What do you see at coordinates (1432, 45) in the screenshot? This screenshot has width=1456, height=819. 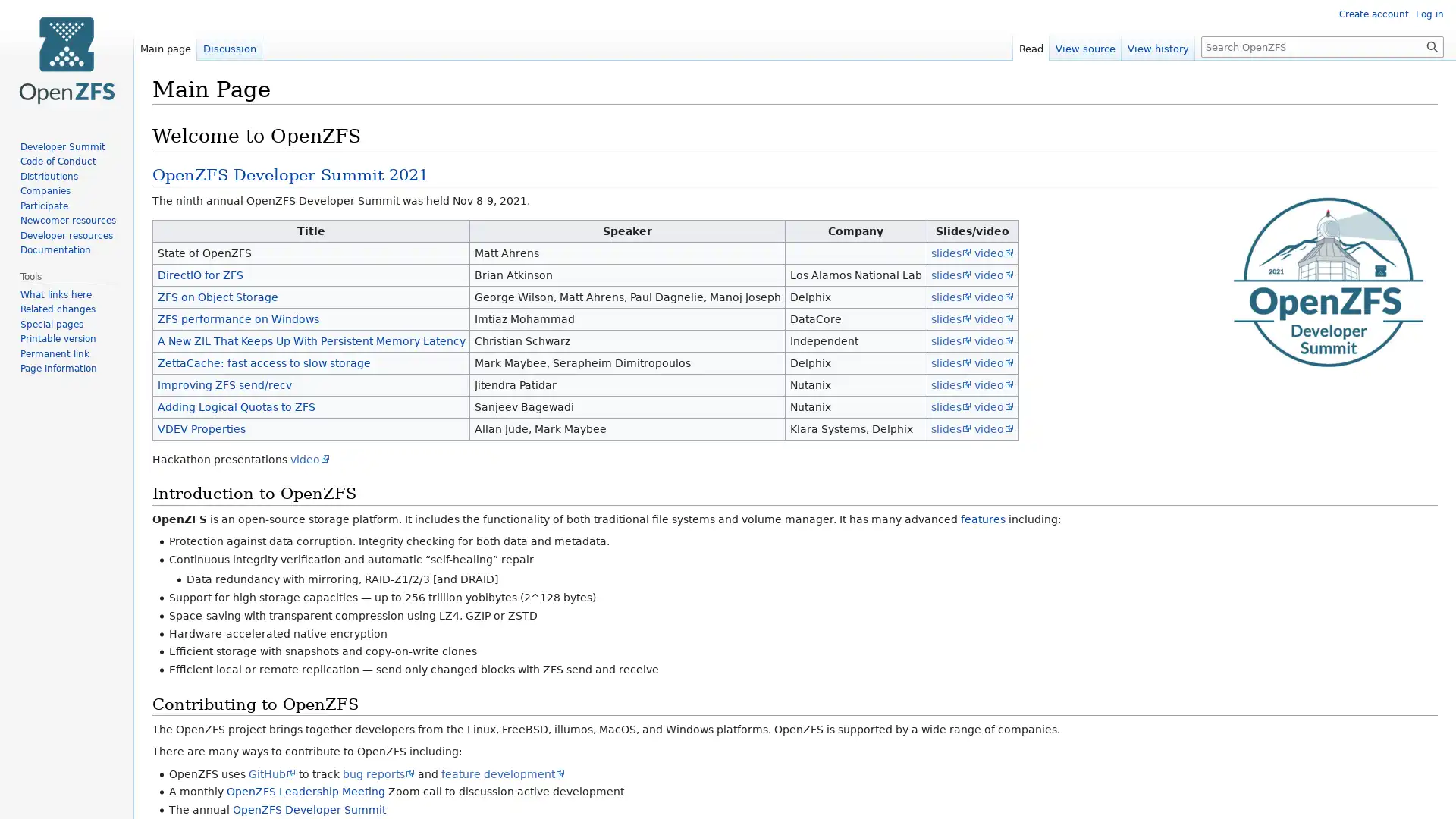 I see `Search` at bounding box center [1432, 45].